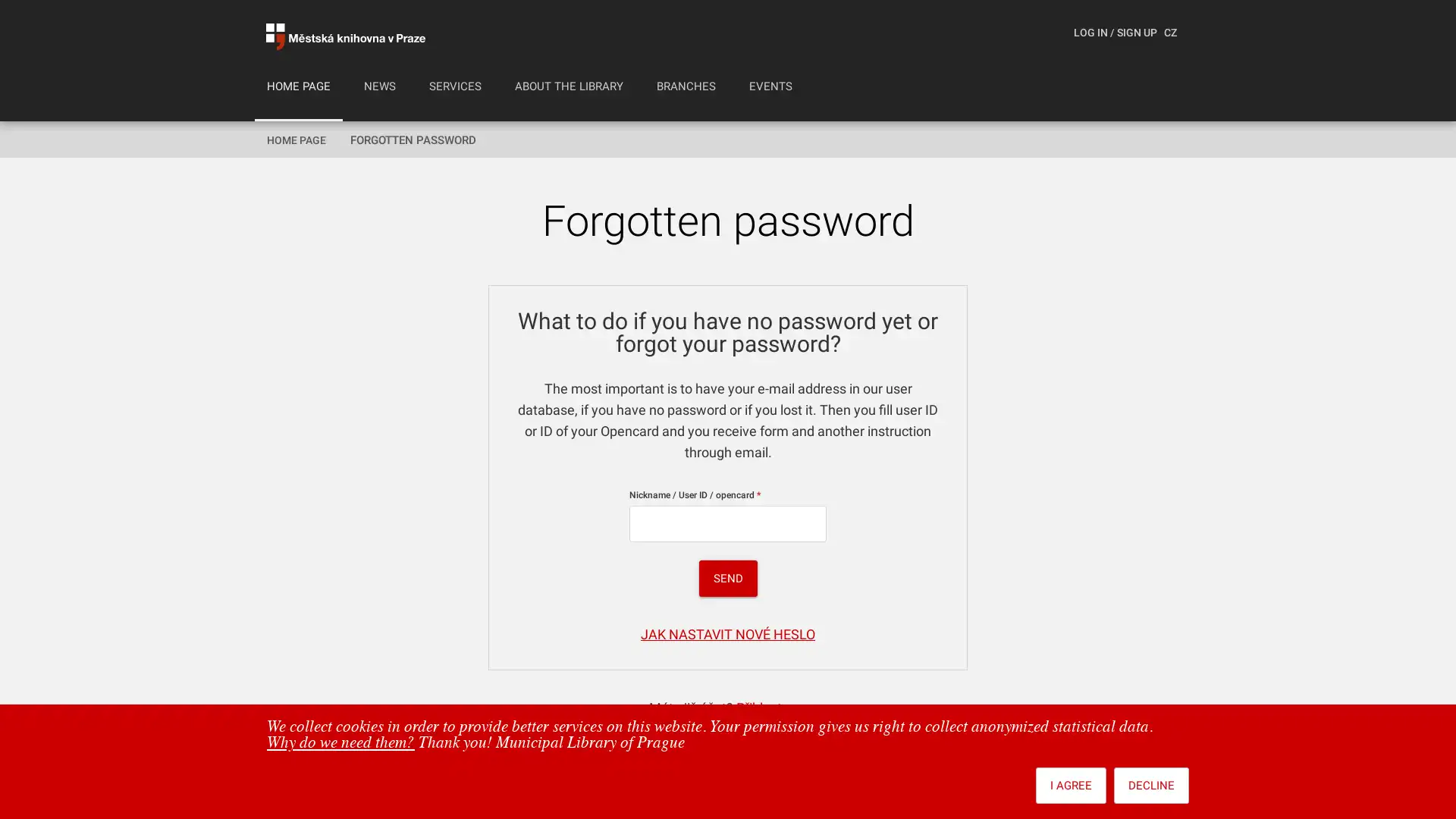 The image size is (1456, 819). Describe the element at coordinates (1069, 785) in the screenshot. I see `I AGREE` at that location.